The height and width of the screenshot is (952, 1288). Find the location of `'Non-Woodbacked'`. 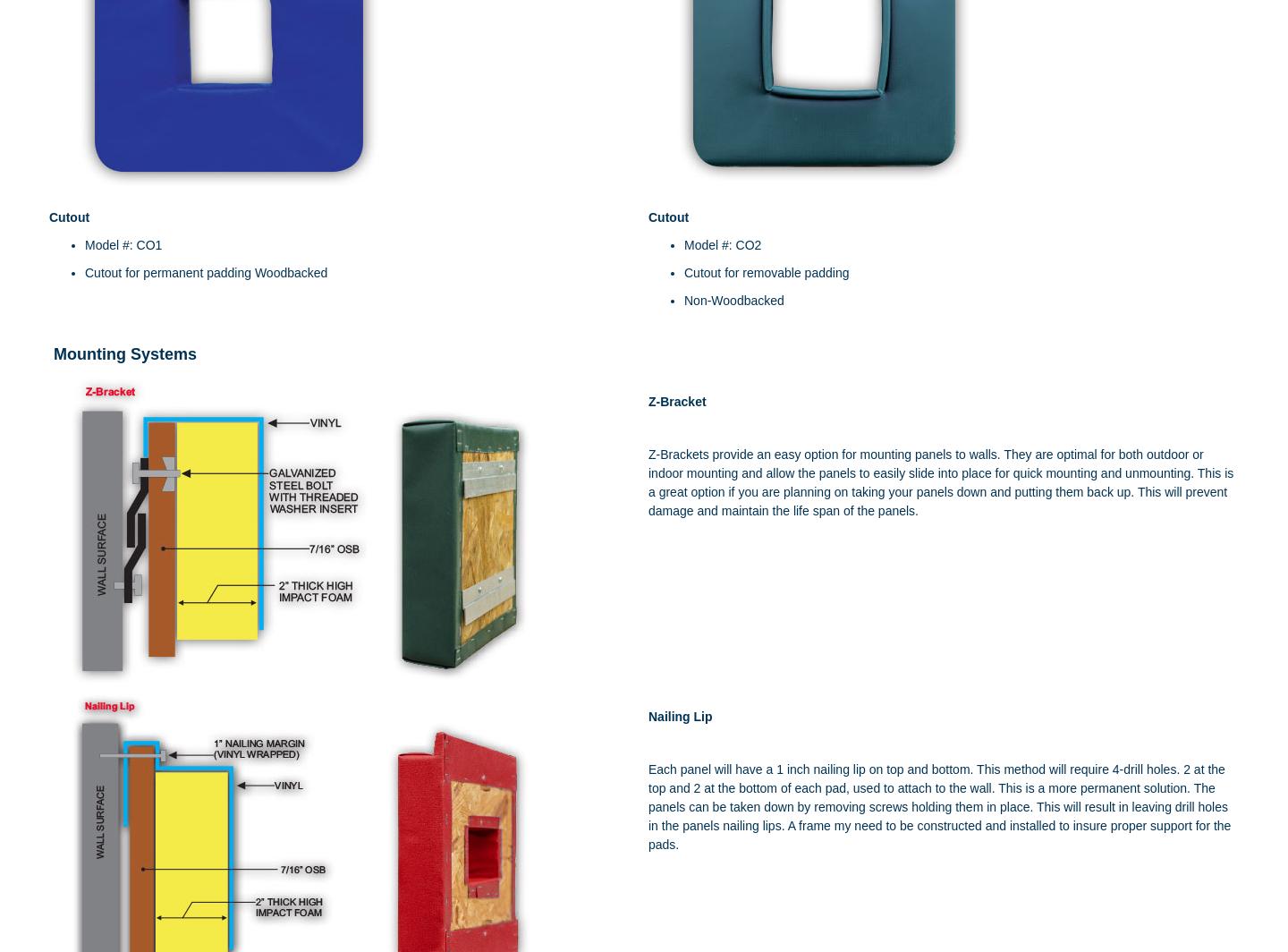

'Non-Woodbacked' is located at coordinates (733, 301).